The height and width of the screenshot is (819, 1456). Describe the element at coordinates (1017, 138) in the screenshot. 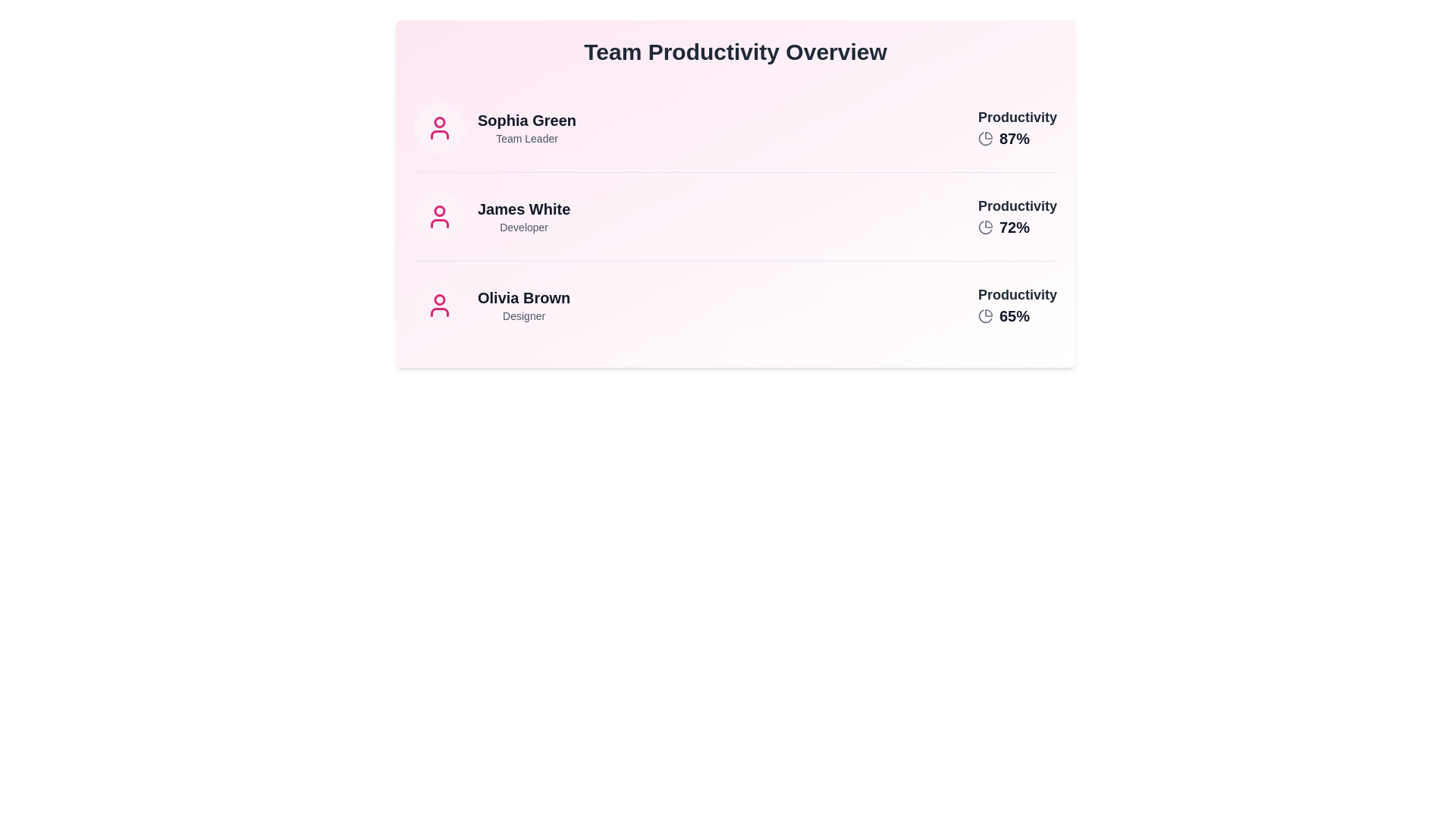

I see `the bold text displaying '87%' with an adjacent pie chart icon in the top-right section next to the 'Productivity' label` at that location.